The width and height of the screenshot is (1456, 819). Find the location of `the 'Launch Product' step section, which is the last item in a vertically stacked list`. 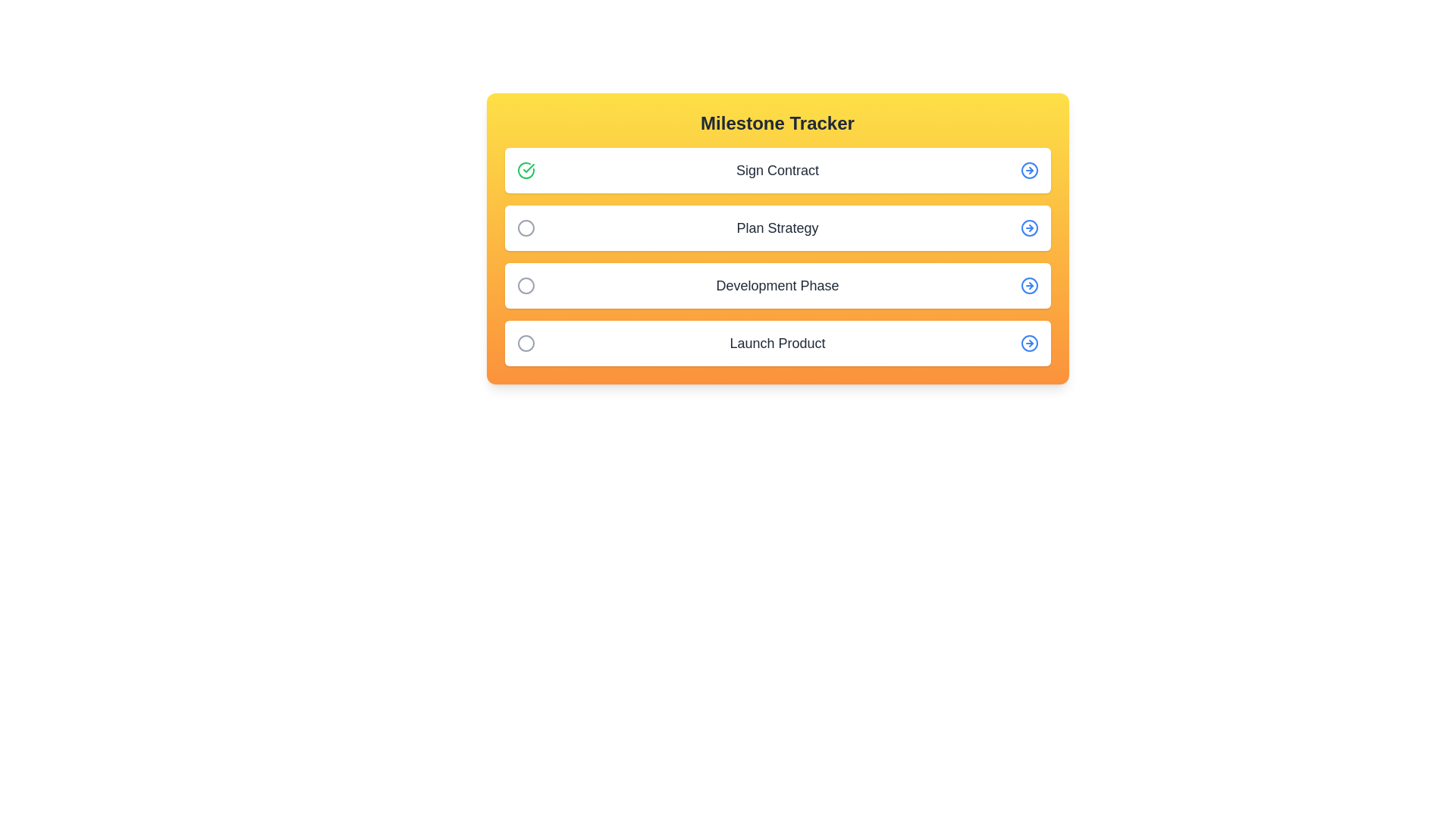

the 'Launch Product' step section, which is the last item in a vertically stacked list is located at coordinates (777, 343).